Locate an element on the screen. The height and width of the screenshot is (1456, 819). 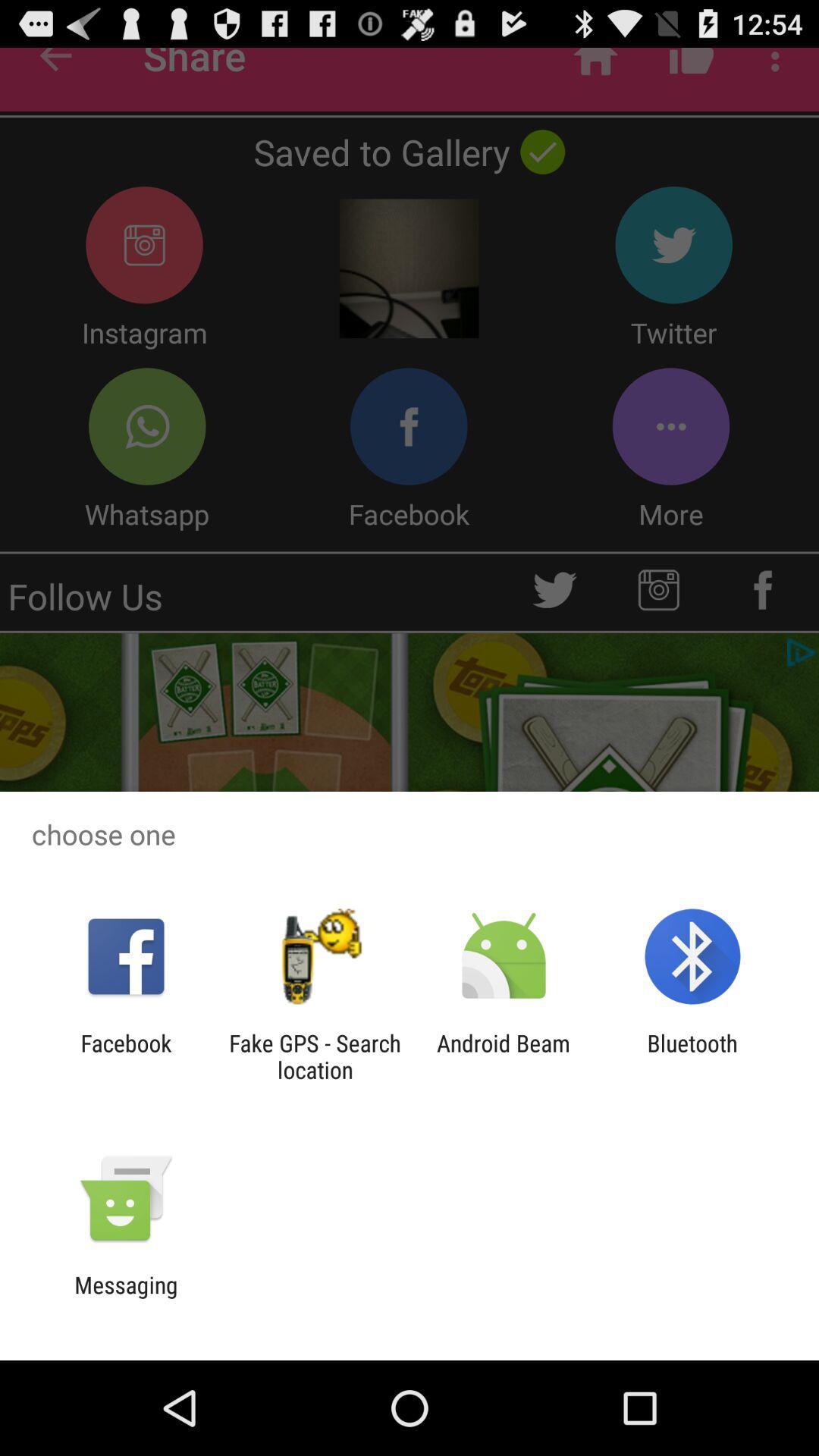
the icon to the left of bluetooth app is located at coordinates (504, 1056).